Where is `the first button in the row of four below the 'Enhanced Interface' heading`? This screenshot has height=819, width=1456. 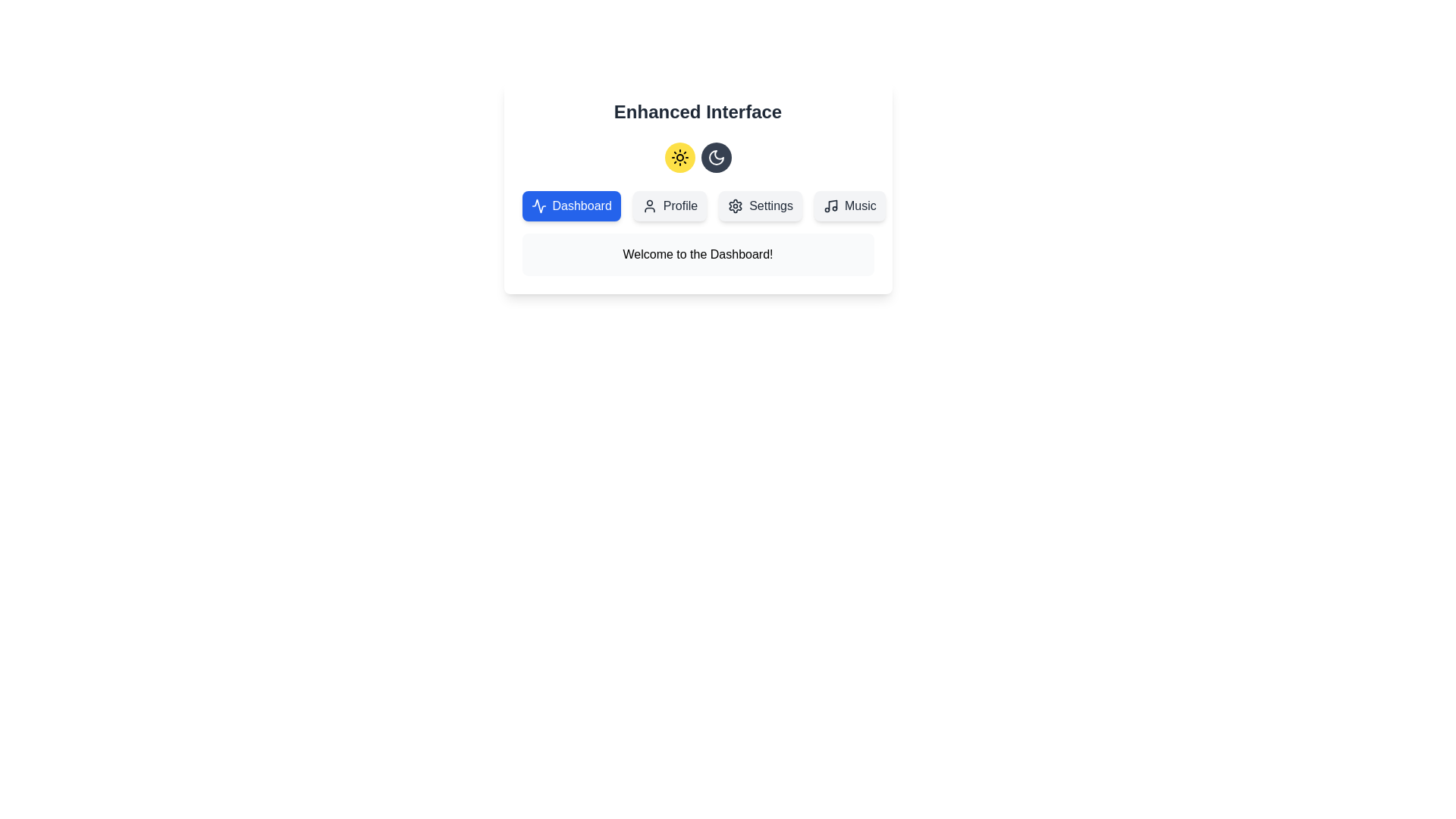 the first button in the row of four below the 'Enhanced Interface' heading is located at coordinates (570, 206).